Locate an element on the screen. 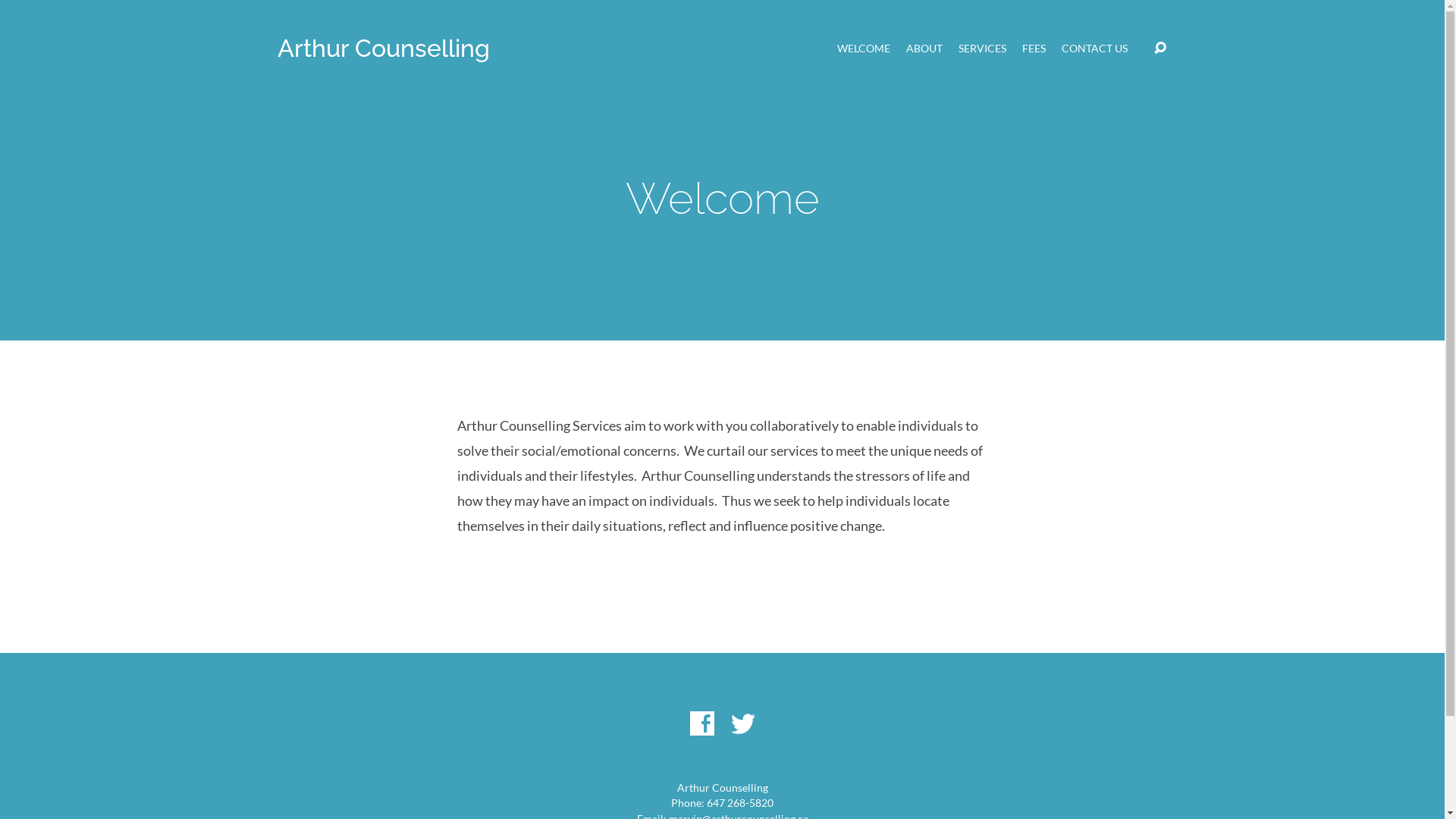  'CONTACT US' is located at coordinates (1061, 48).